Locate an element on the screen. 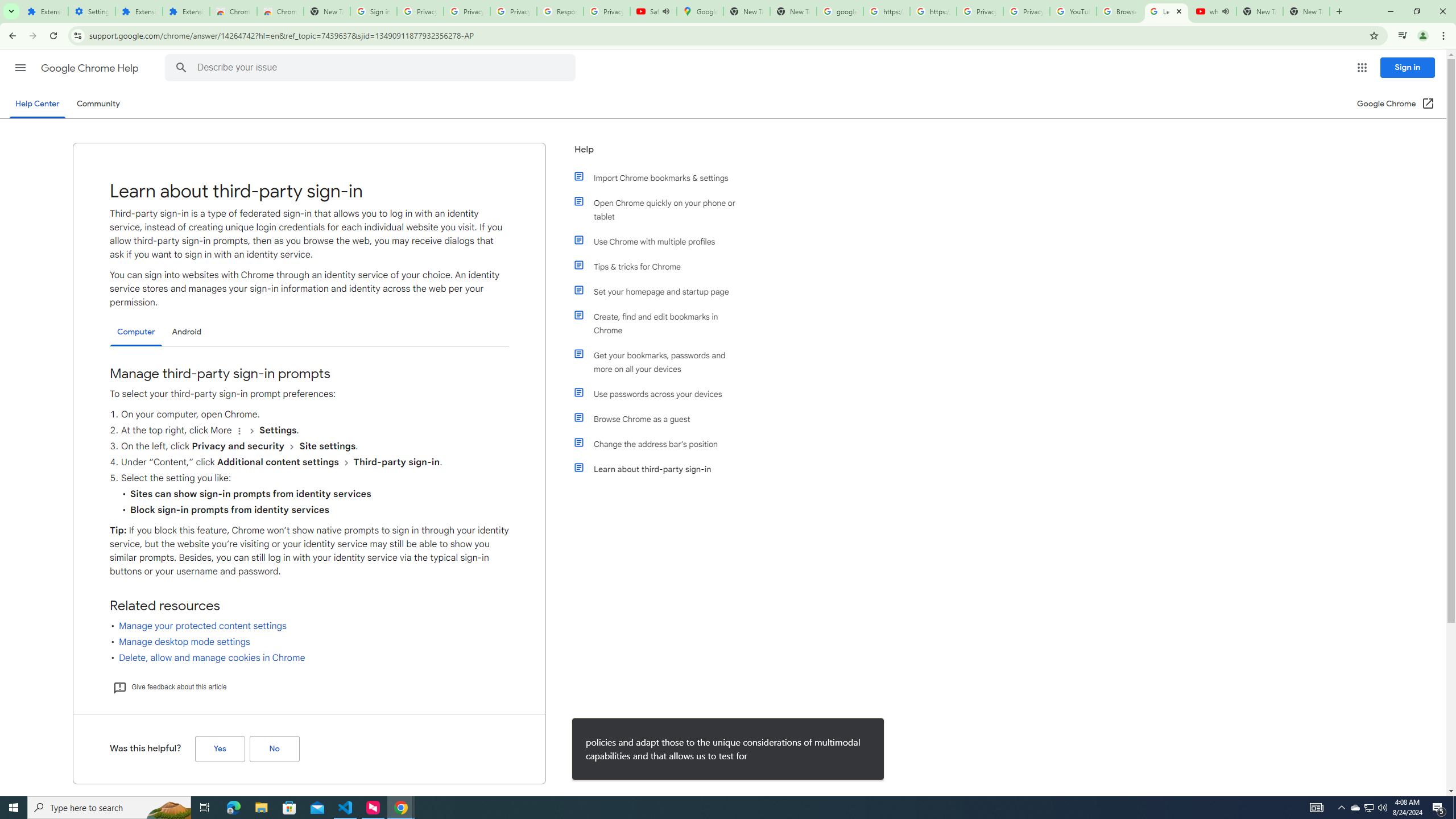 The width and height of the screenshot is (1456, 819). 'No (Was this helpful?)' is located at coordinates (274, 749).